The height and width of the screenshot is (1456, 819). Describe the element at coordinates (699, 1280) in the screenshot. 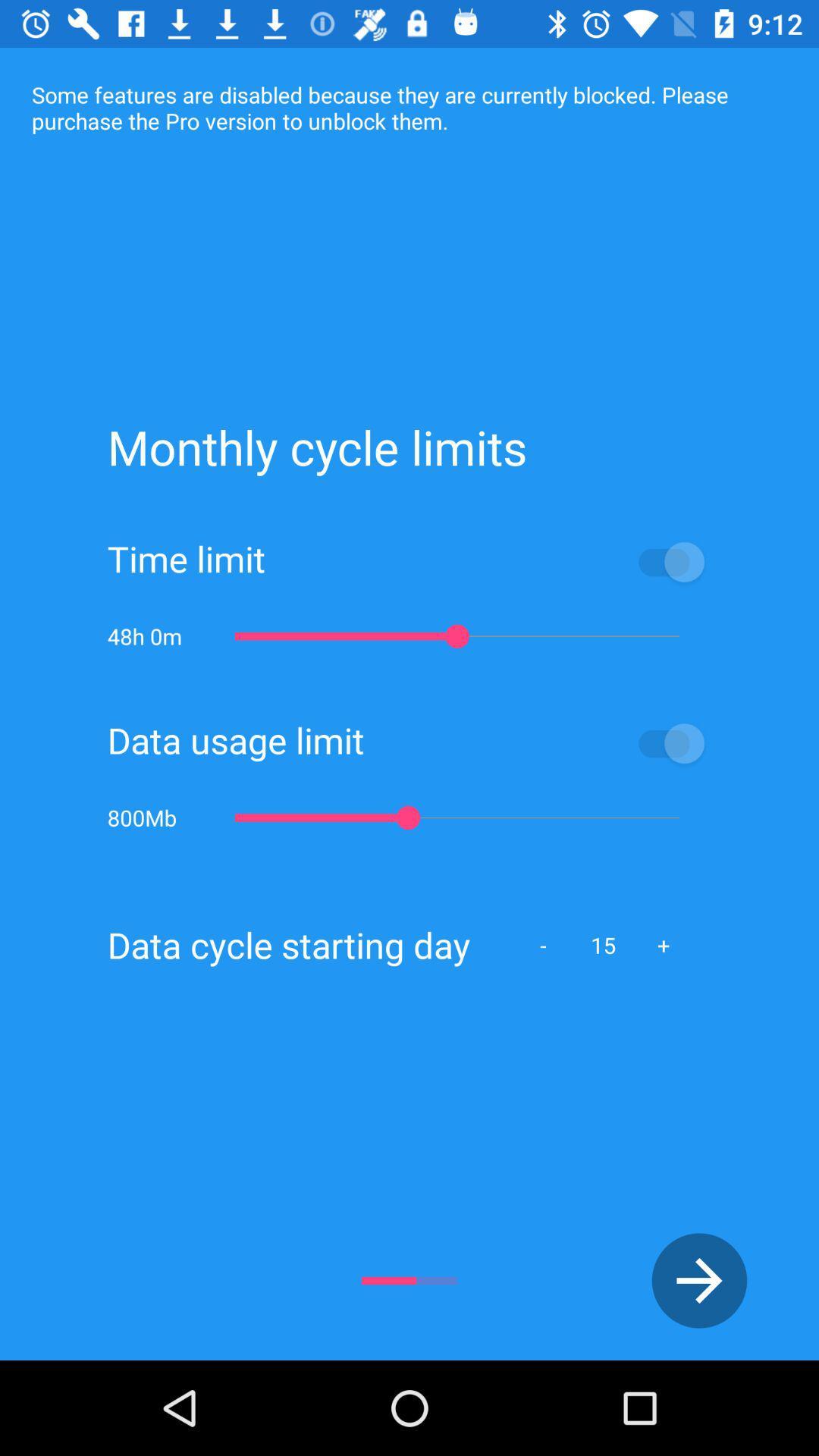

I see `go next` at that location.